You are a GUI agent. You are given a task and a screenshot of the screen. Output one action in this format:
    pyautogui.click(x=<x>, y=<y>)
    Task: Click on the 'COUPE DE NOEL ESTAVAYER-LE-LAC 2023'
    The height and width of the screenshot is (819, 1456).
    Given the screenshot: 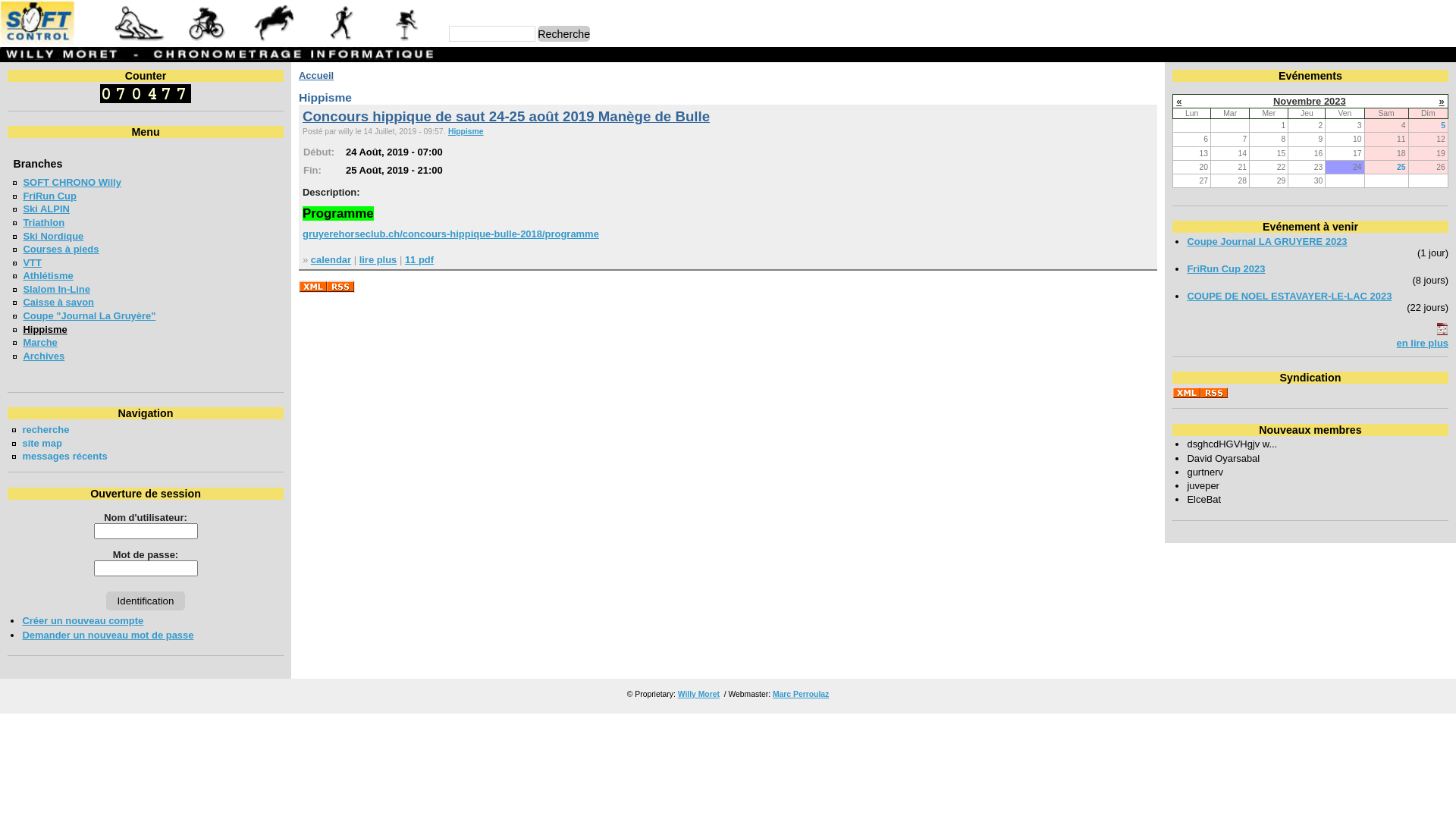 What is the action you would take?
    pyautogui.click(x=1288, y=296)
    